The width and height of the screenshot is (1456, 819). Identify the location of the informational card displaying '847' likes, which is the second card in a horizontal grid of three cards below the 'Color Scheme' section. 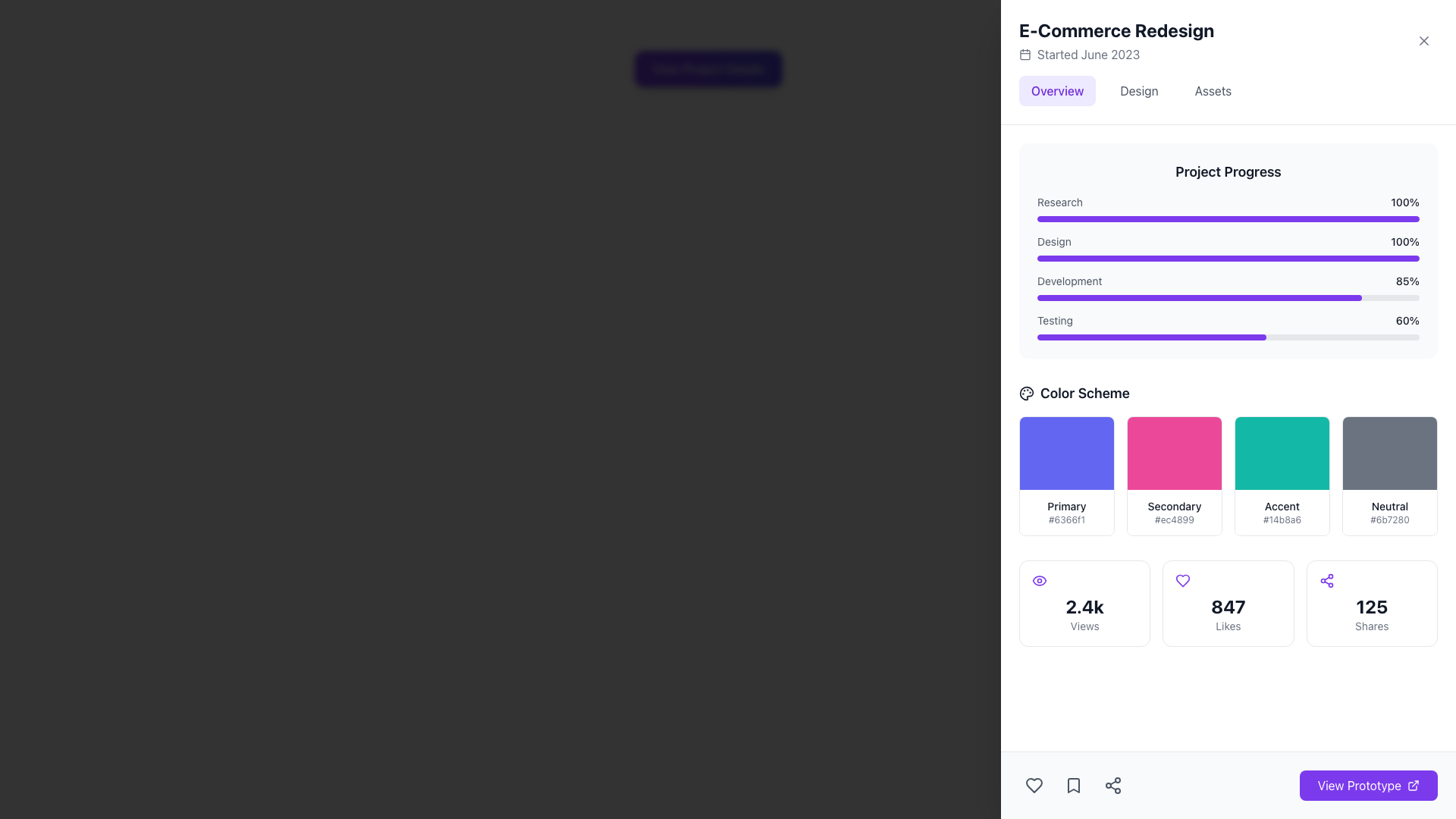
(1228, 602).